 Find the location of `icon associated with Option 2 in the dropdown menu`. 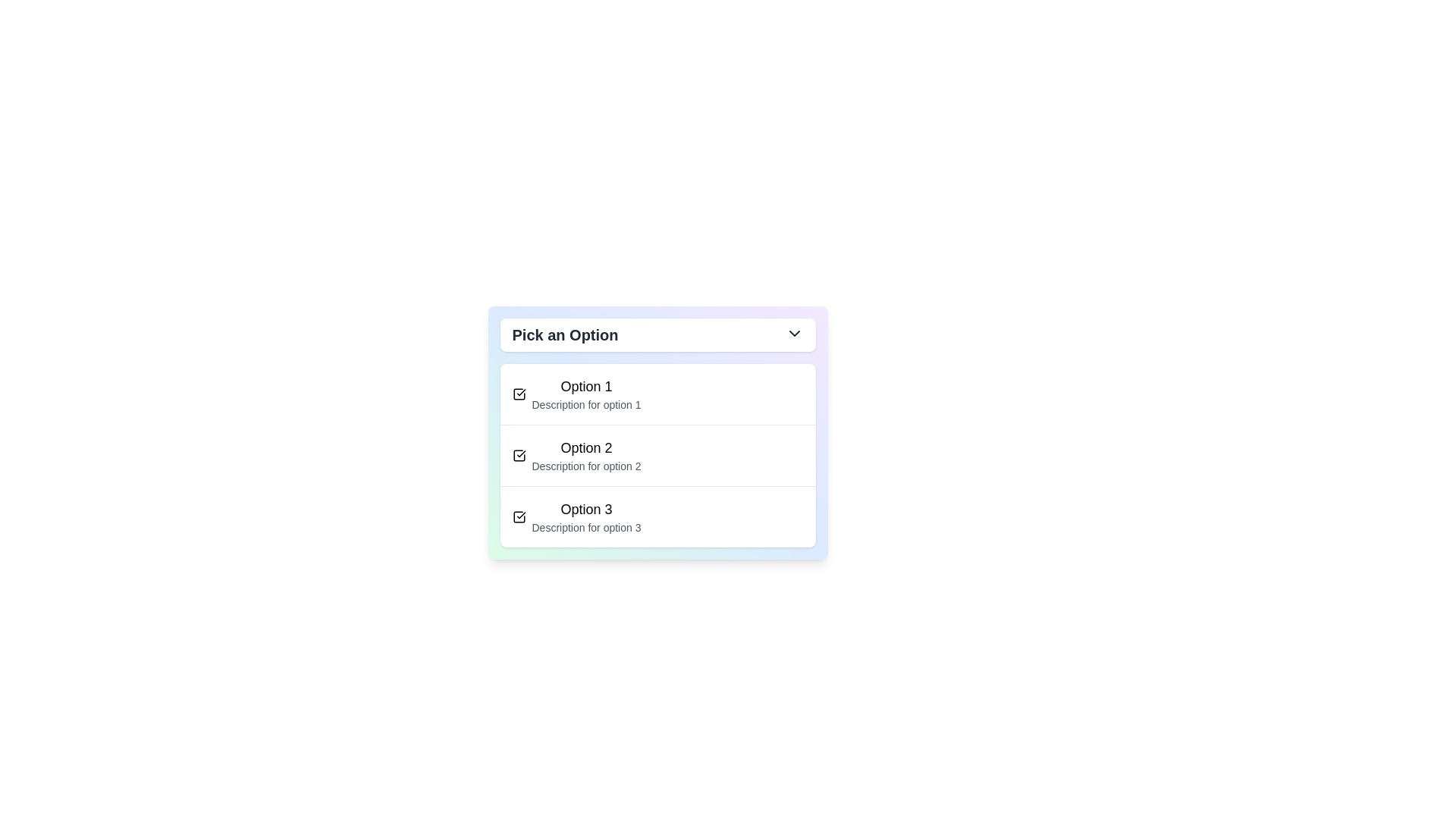

icon associated with Option 2 in the dropdown menu is located at coordinates (519, 455).